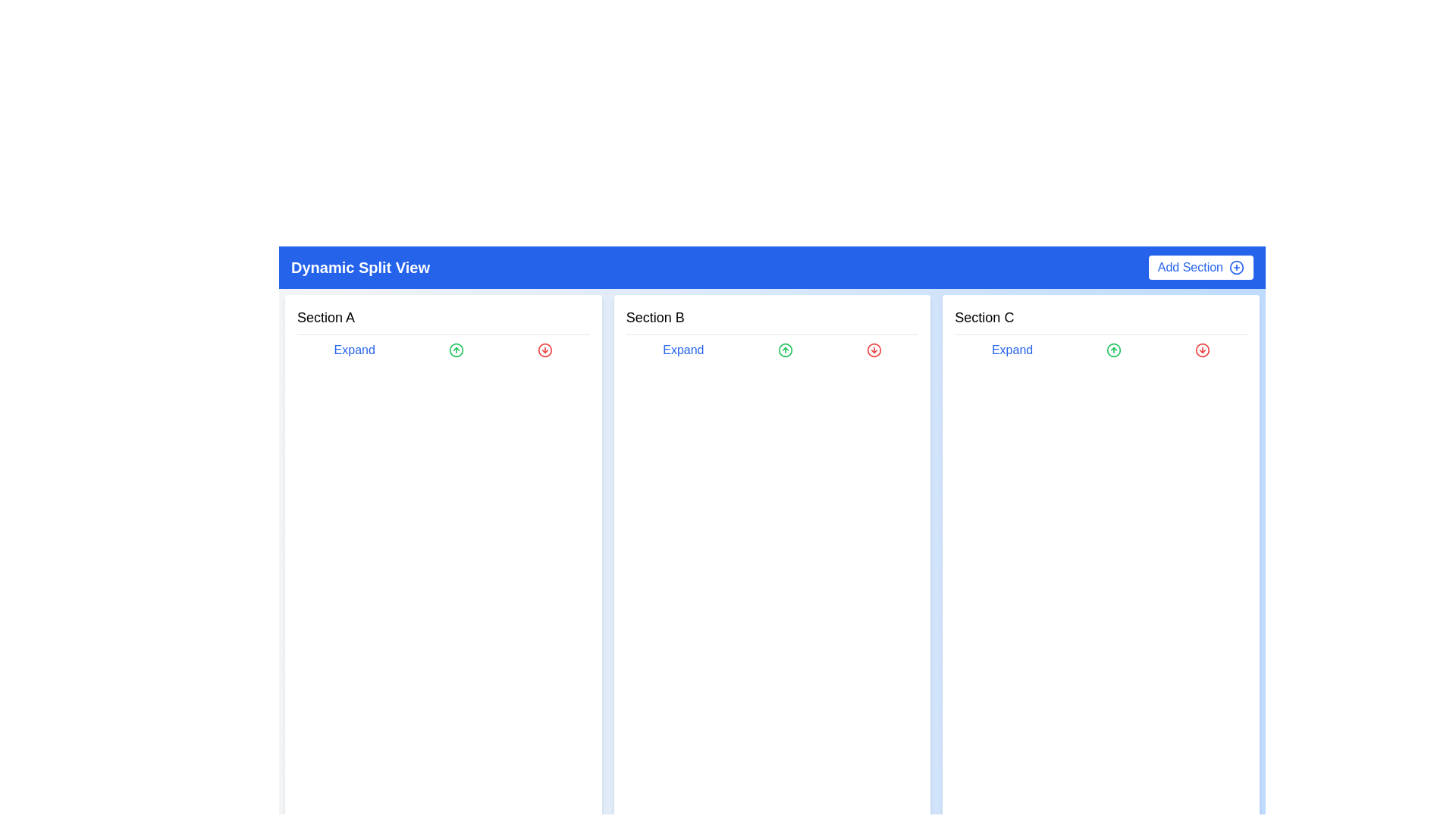 The width and height of the screenshot is (1456, 819). Describe the element at coordinates (1237, 267) in the screenshot. I see `the circular background of the plus sign within the interactive icon for adding new sections or items, located at the top right corner of the interface` at that location.